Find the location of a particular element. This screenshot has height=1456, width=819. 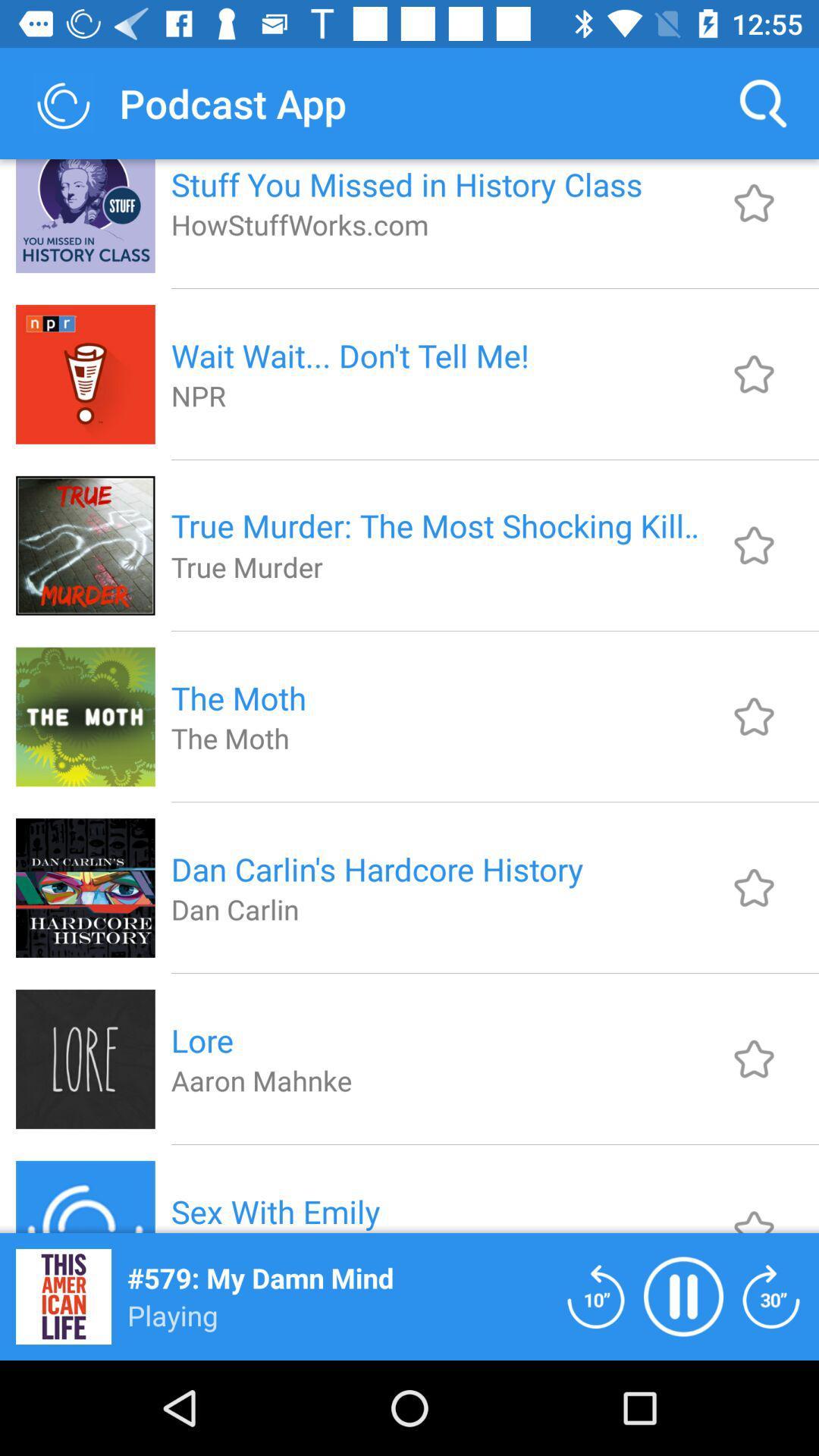

wait wait do n't tell me npr podcast is located at coordinates (754, 374).